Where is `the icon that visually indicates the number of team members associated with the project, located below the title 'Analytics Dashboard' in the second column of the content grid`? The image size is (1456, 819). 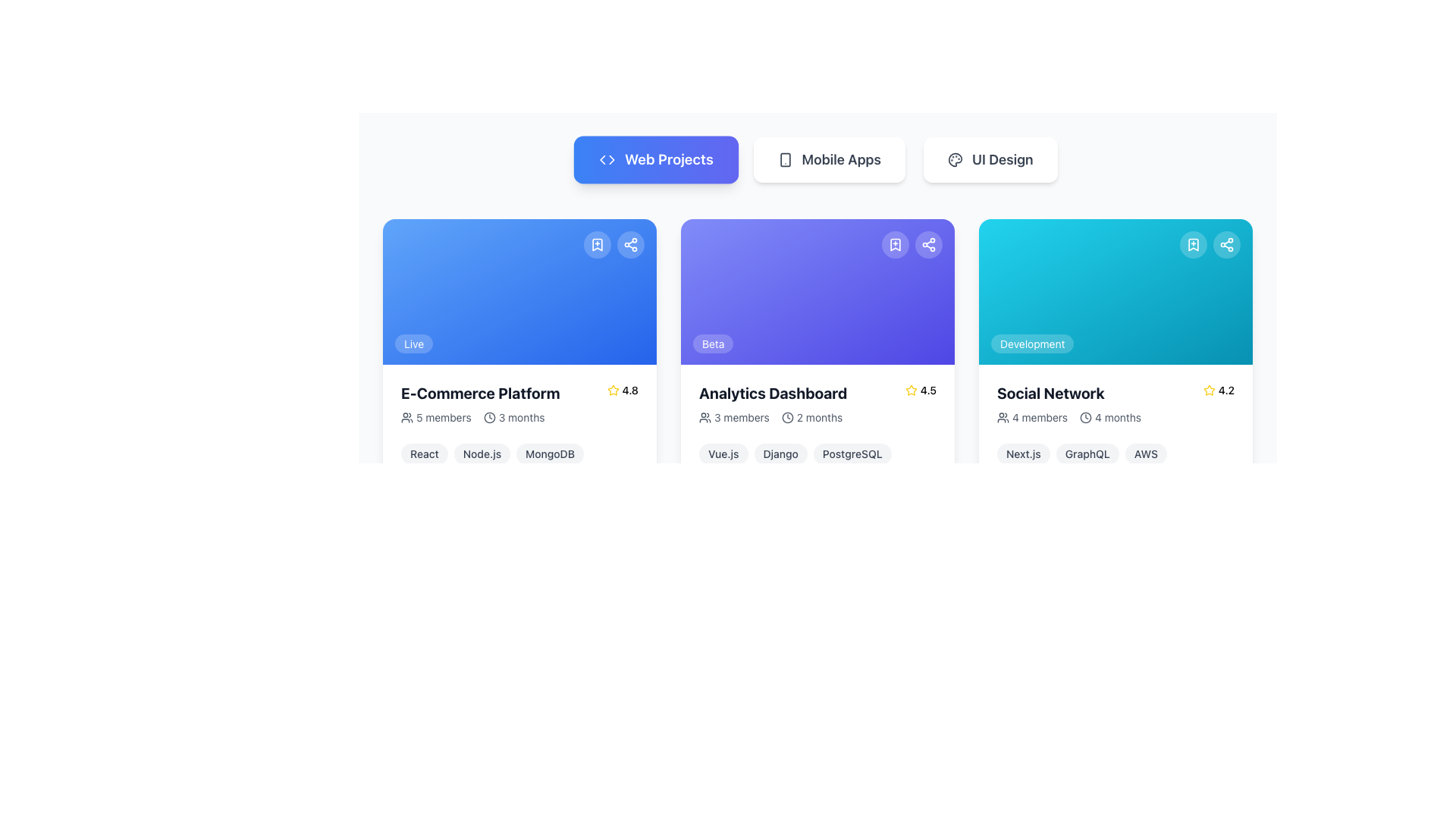 the icon that visually indicates the number of team members associated with the project, located below the title 'Analytics Dashboard' in the second column of the content grid is located at coordinates (704, 418).